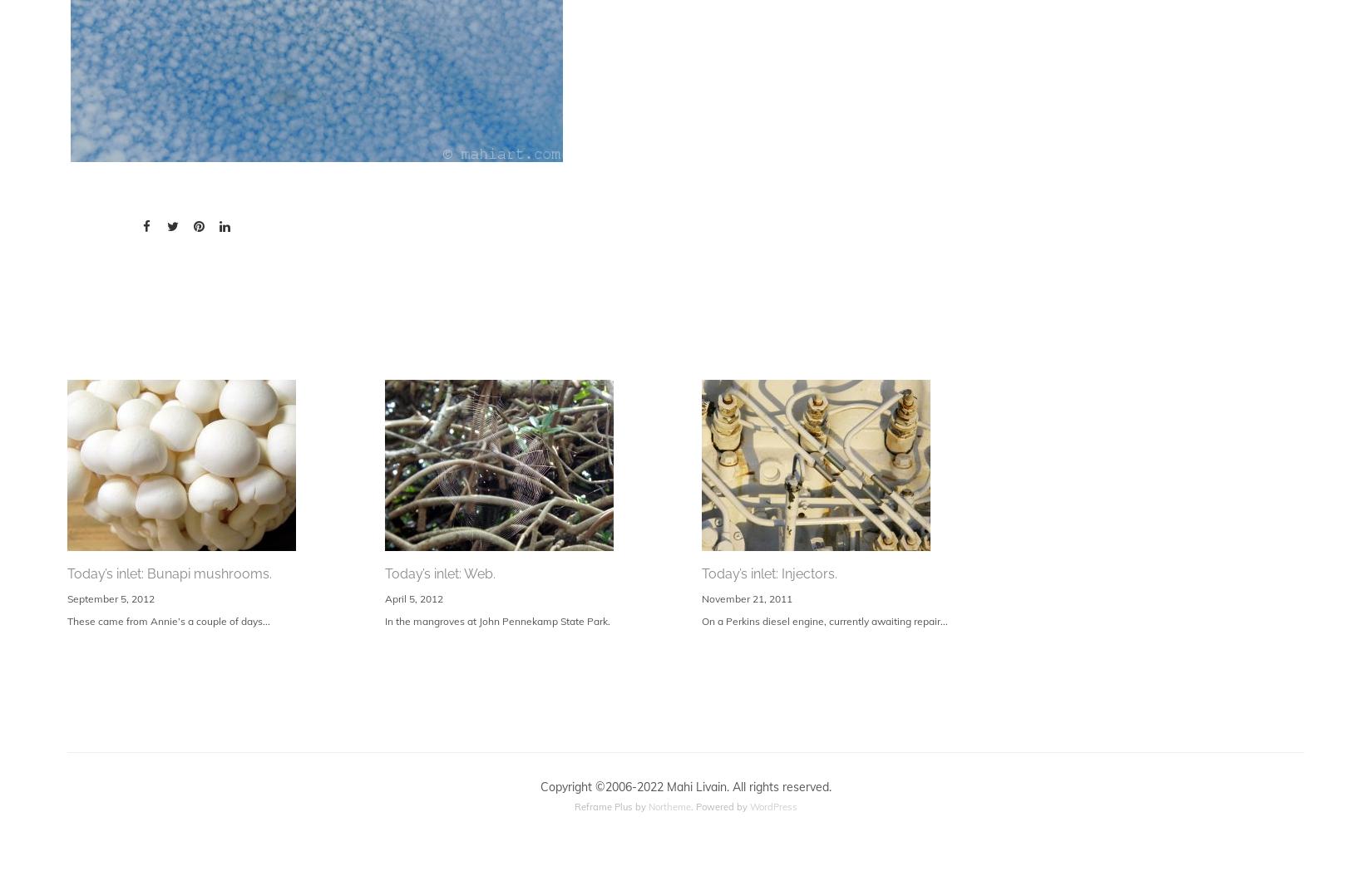 This screenshot has width=1372, height=871. Describe the element at coordinates (693, 805) in the screenshot. I see `'.'` at that location.